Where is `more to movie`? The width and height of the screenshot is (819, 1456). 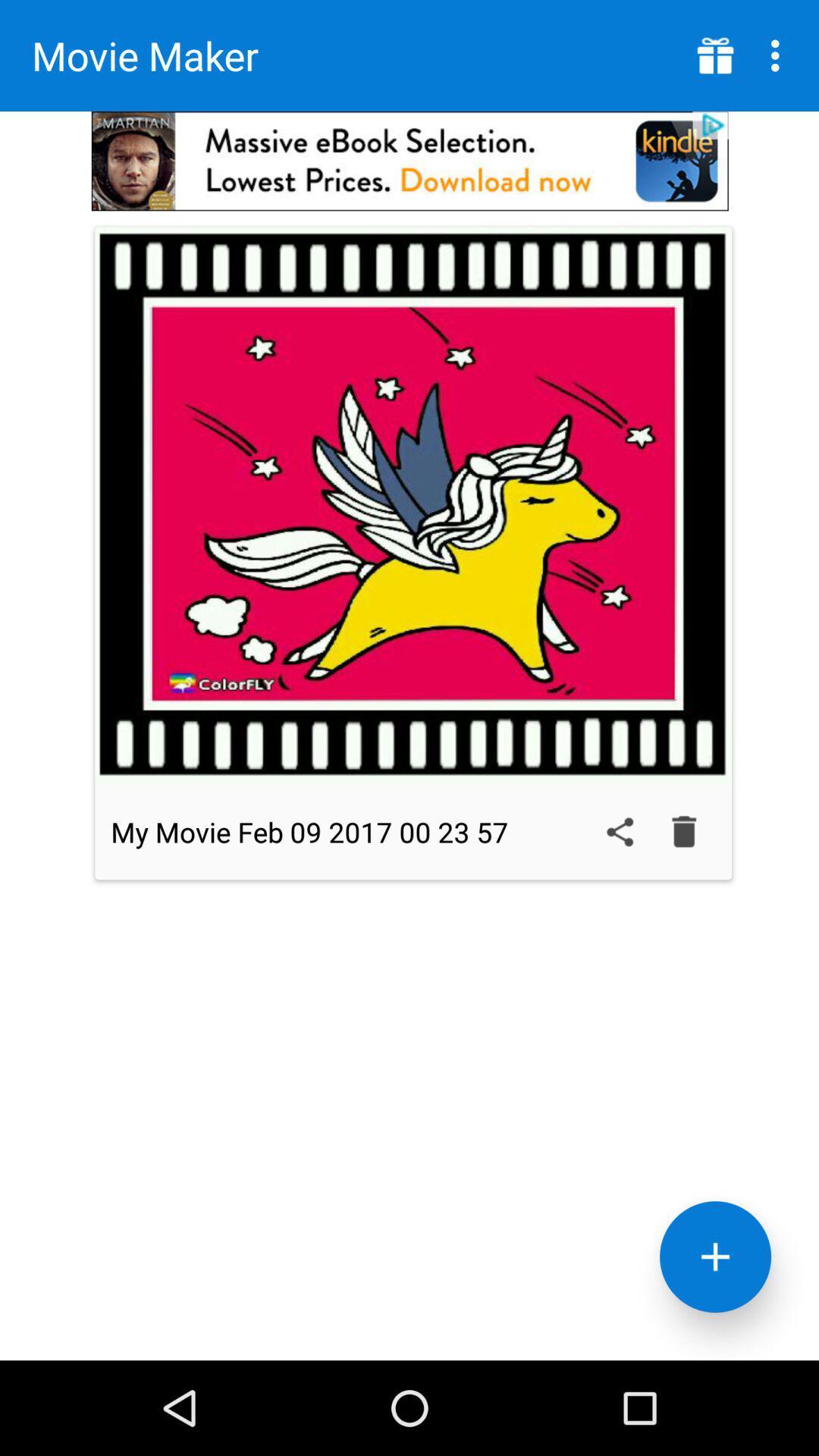 more to movie is located at coordinates (715, 1257).